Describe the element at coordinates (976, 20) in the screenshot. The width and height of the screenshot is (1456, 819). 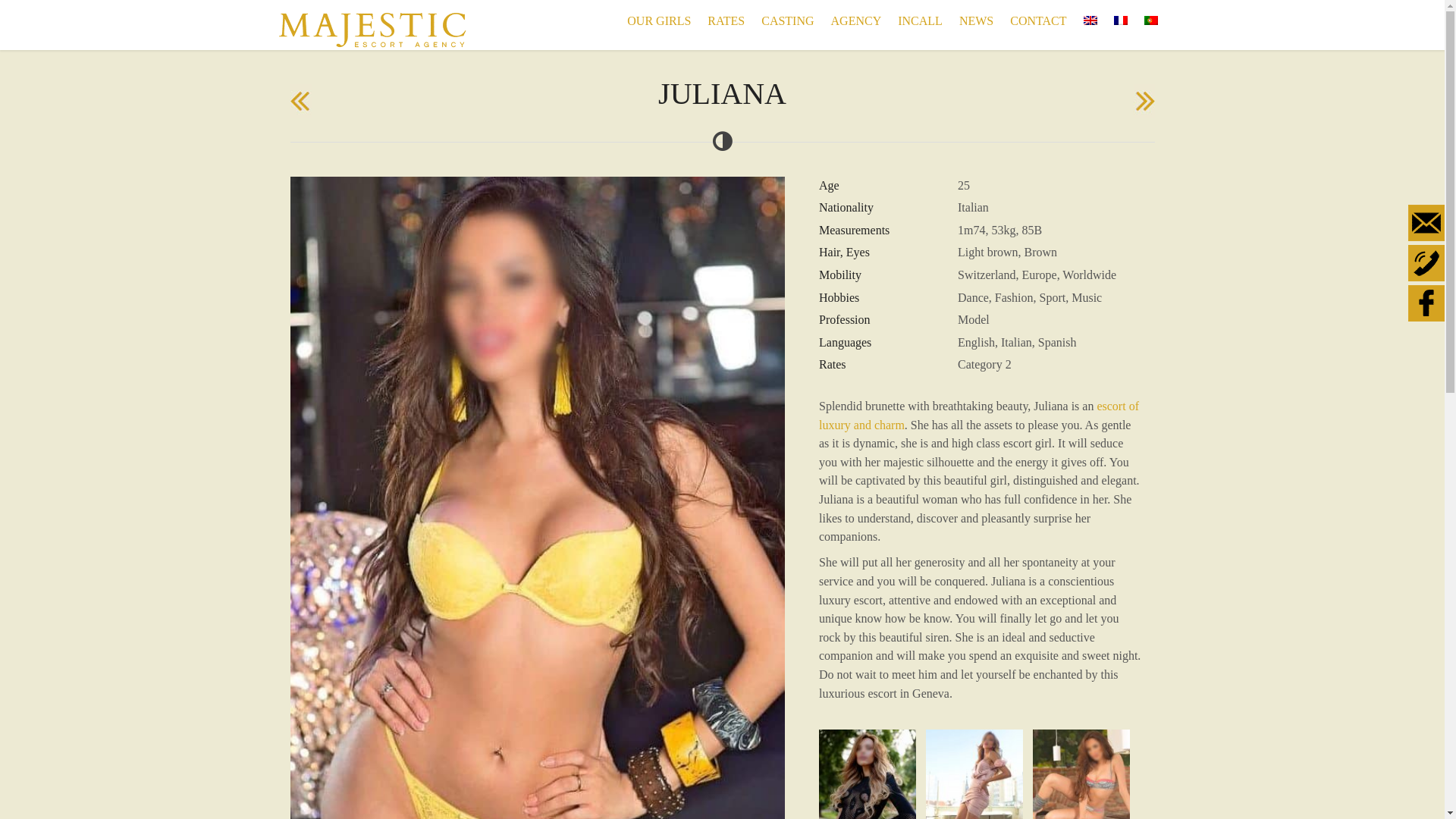
I see `'NEWS'` at that location.